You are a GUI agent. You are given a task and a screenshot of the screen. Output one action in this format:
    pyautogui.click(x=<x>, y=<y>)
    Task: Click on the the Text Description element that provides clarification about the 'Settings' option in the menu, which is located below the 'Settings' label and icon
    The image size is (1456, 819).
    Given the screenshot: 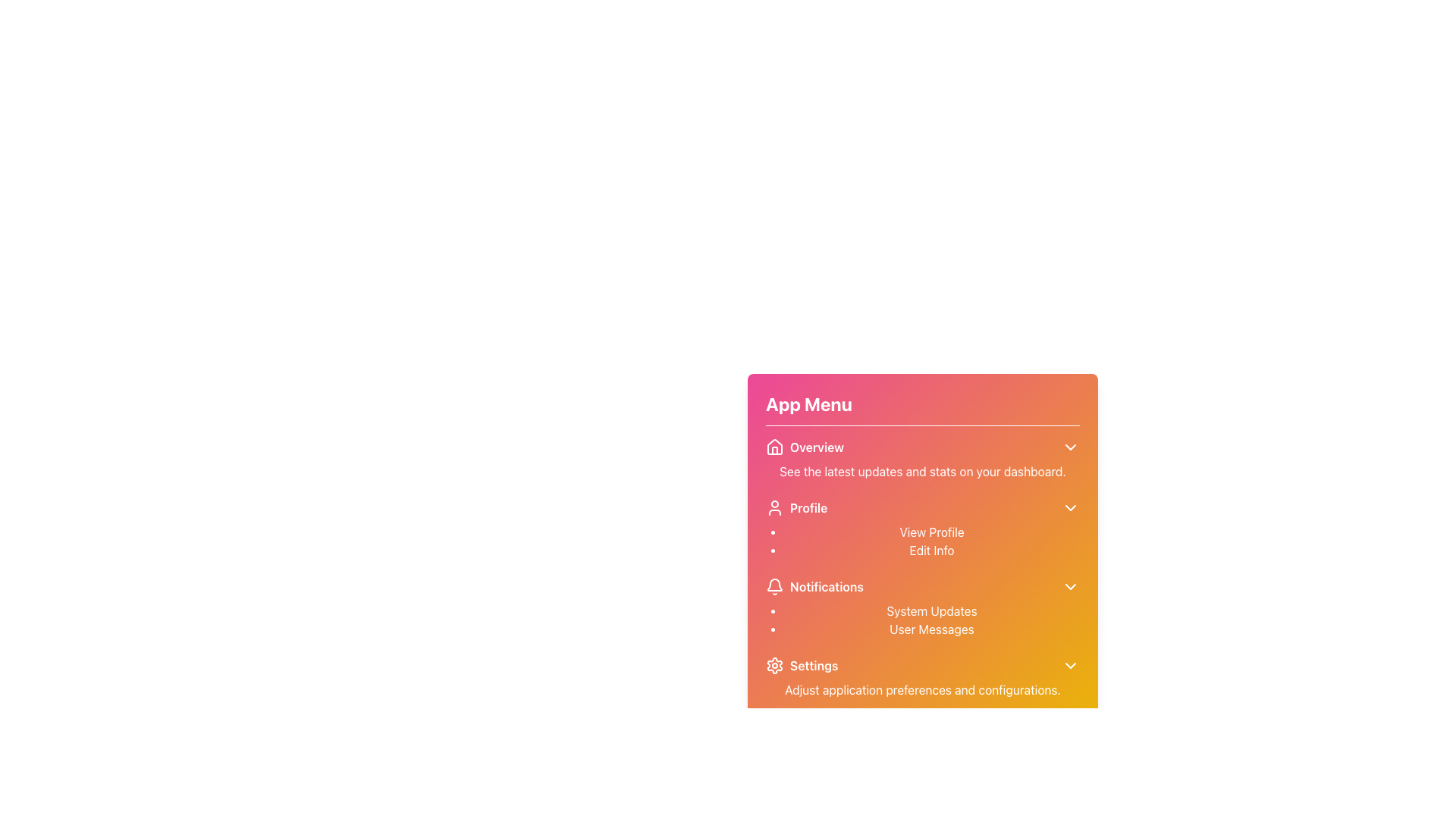 What is the action you would take?
    pyautogui.click(x=922, y=690)
    